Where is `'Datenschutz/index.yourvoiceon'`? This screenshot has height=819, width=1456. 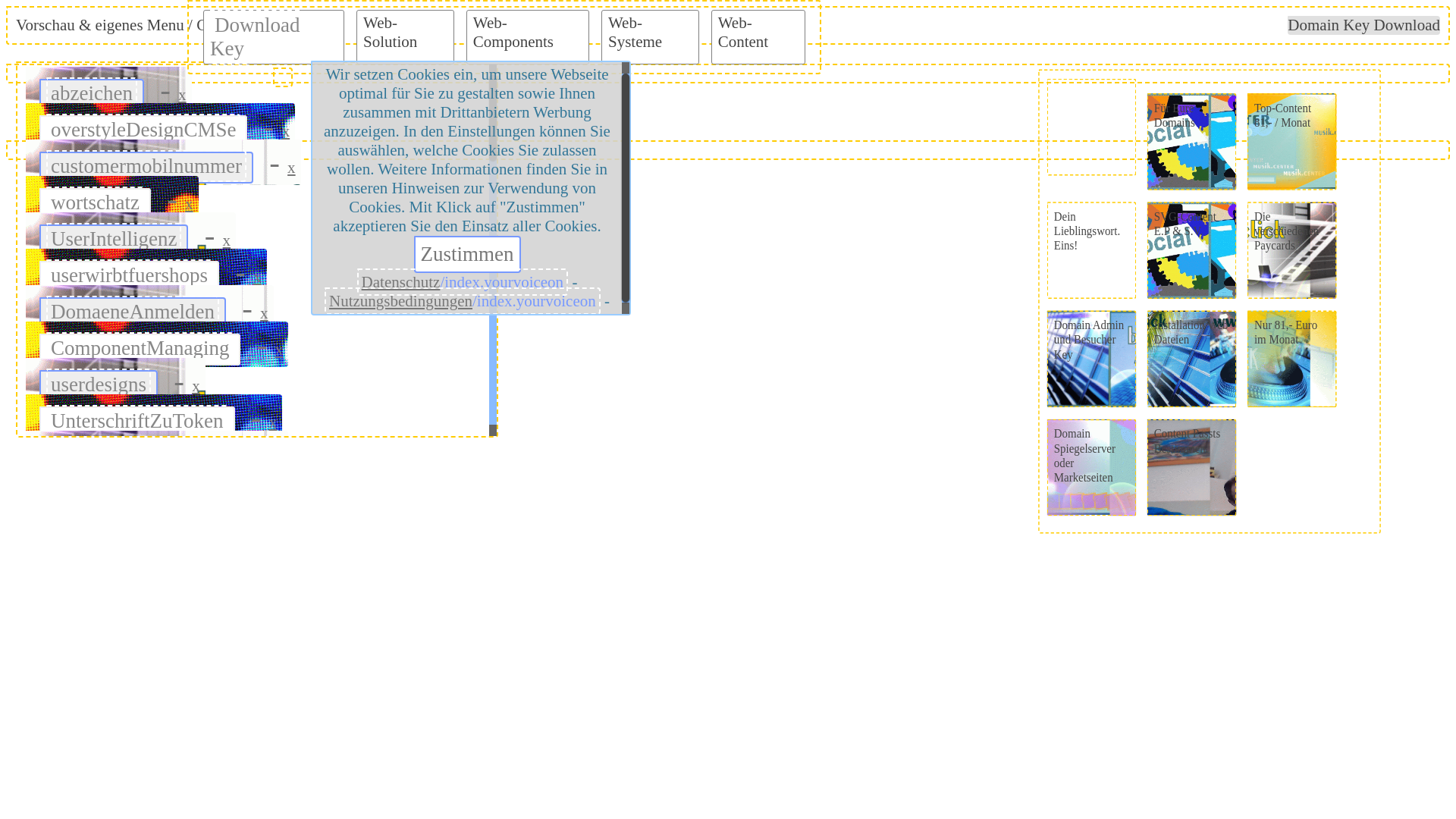 'Datenschutz/index.yourvoiceon' is located at coordinates (462, 281).